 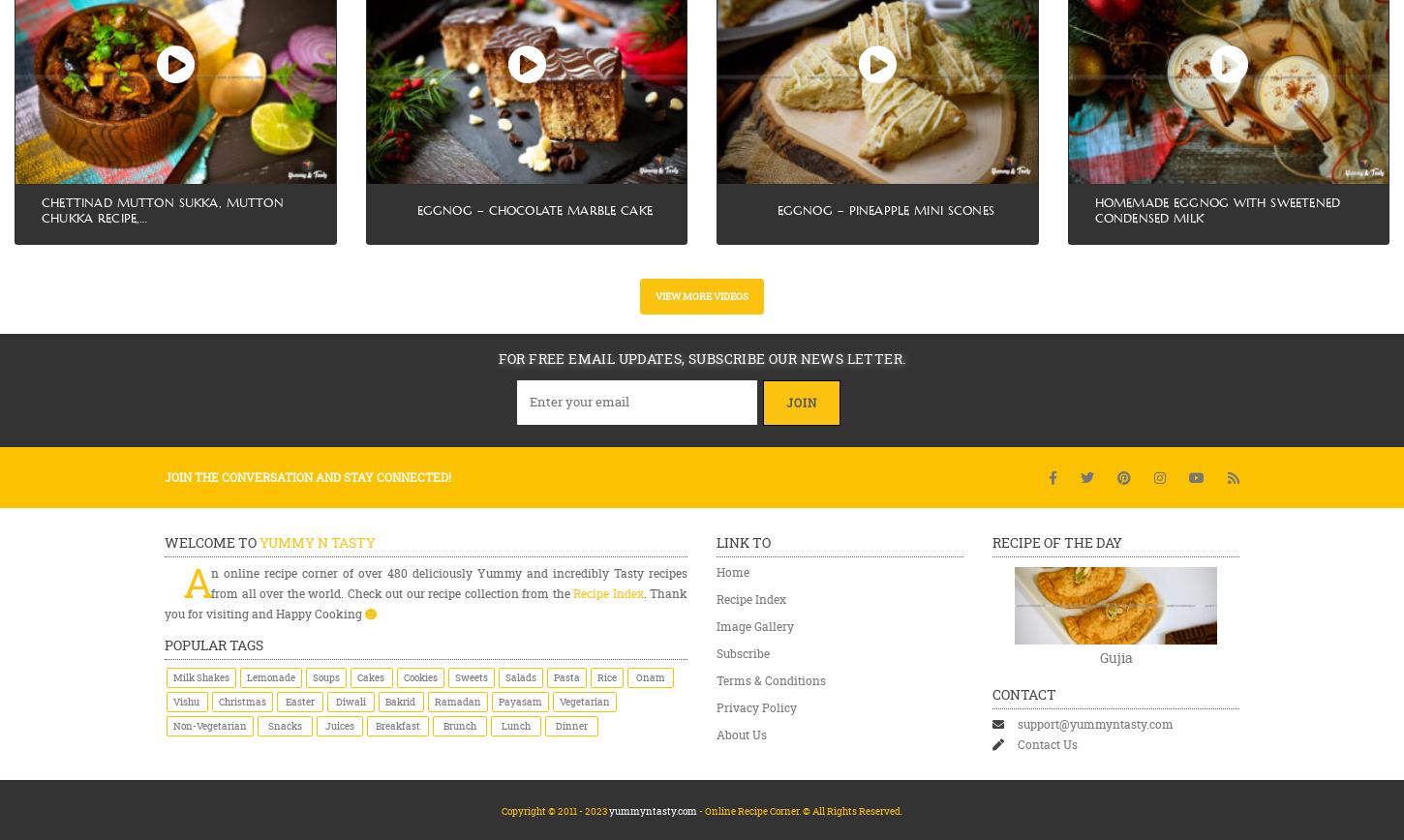 What do you see at coordinates (1217, 210) in the screenshot?
I see `'Homemade Eggnog with Sweetened Condensed Milk'` at bounding box center [1217, 210].